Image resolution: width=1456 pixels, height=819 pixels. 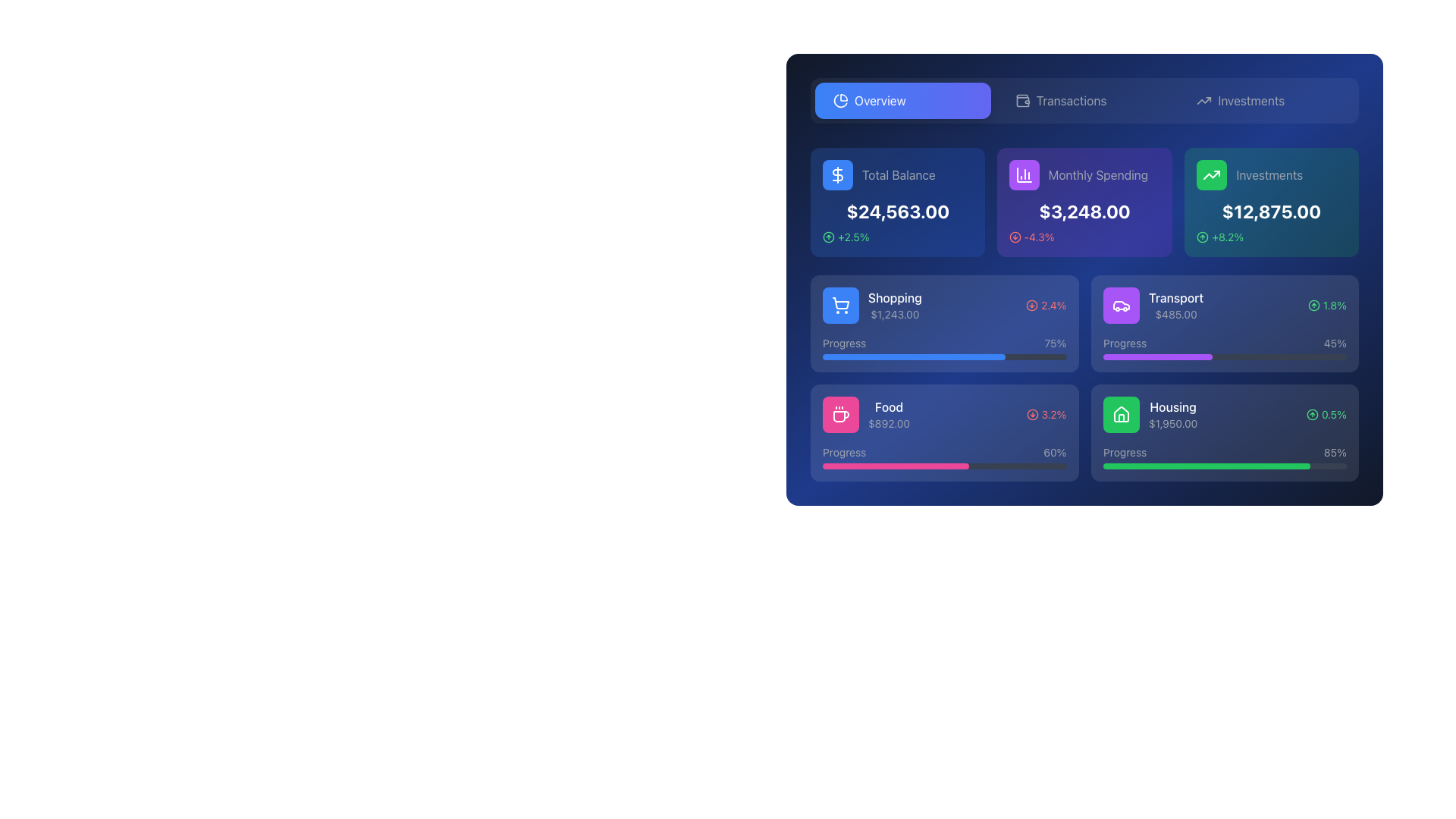 I want to click on the central grid layout containing informational cards, so click(x=1084, y=314).